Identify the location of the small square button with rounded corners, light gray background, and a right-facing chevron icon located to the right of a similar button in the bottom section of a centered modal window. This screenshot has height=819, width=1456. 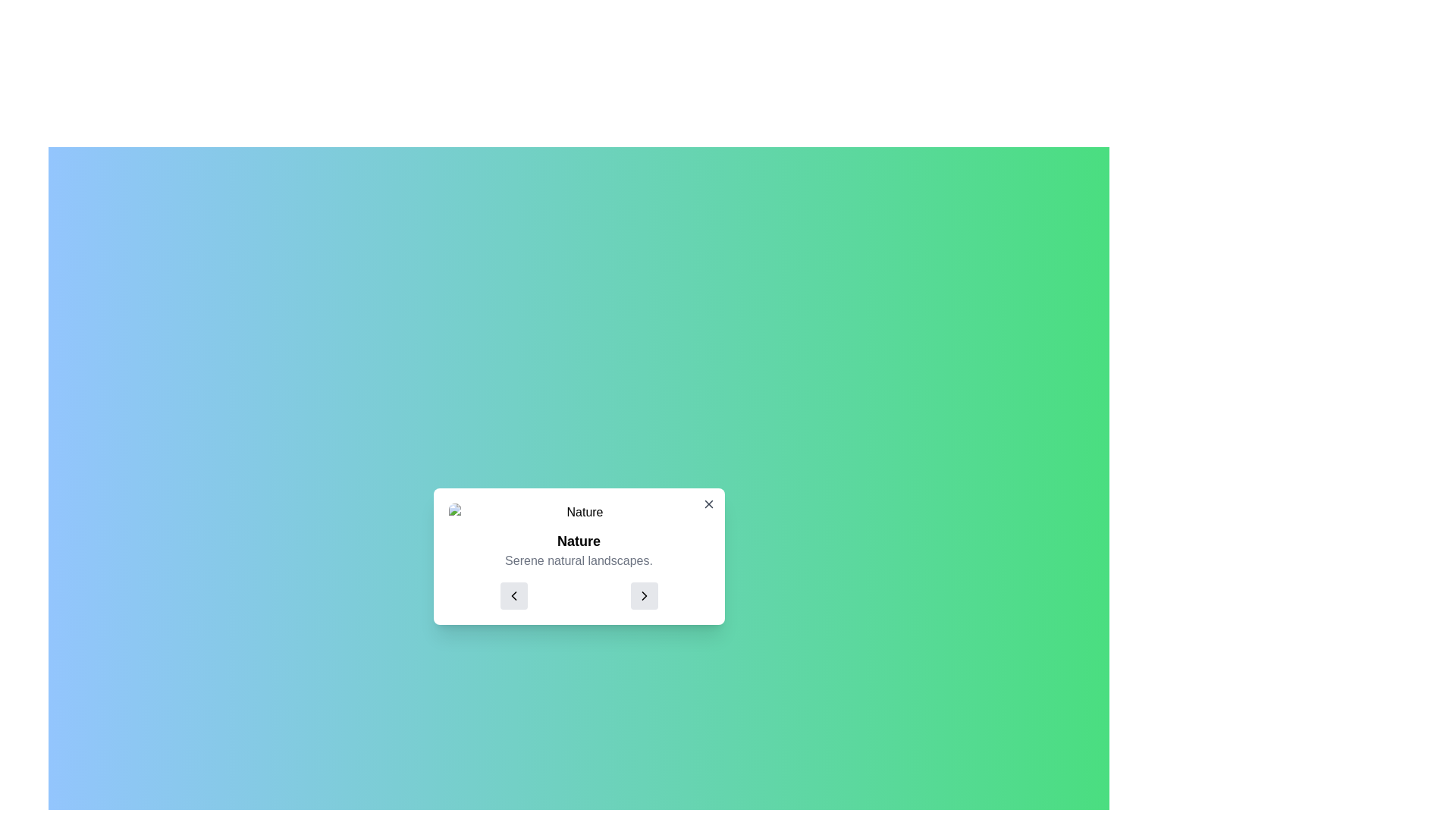
(644, 595).